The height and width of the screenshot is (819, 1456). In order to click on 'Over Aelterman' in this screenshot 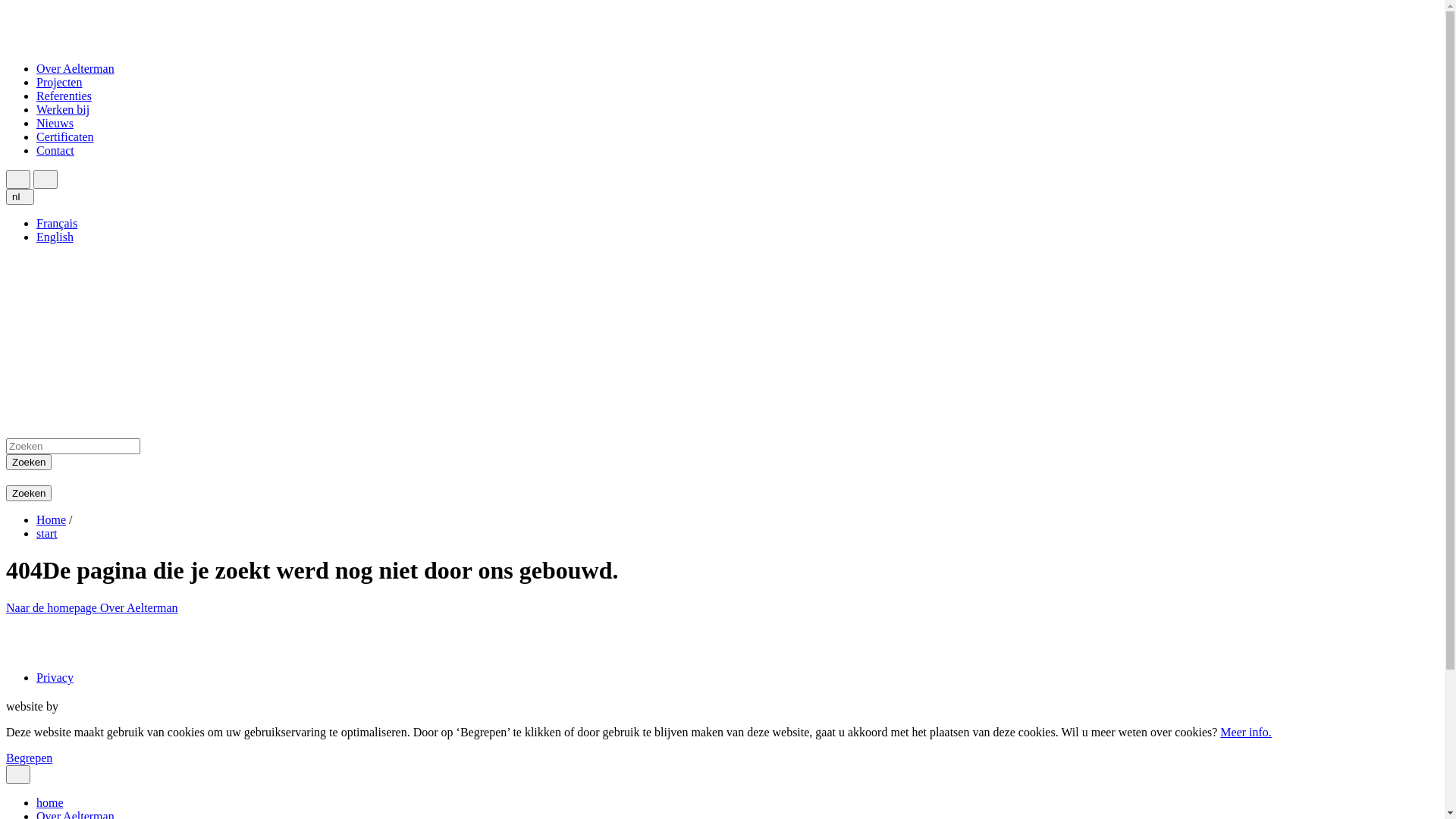, I will do `click(74, 68)`.